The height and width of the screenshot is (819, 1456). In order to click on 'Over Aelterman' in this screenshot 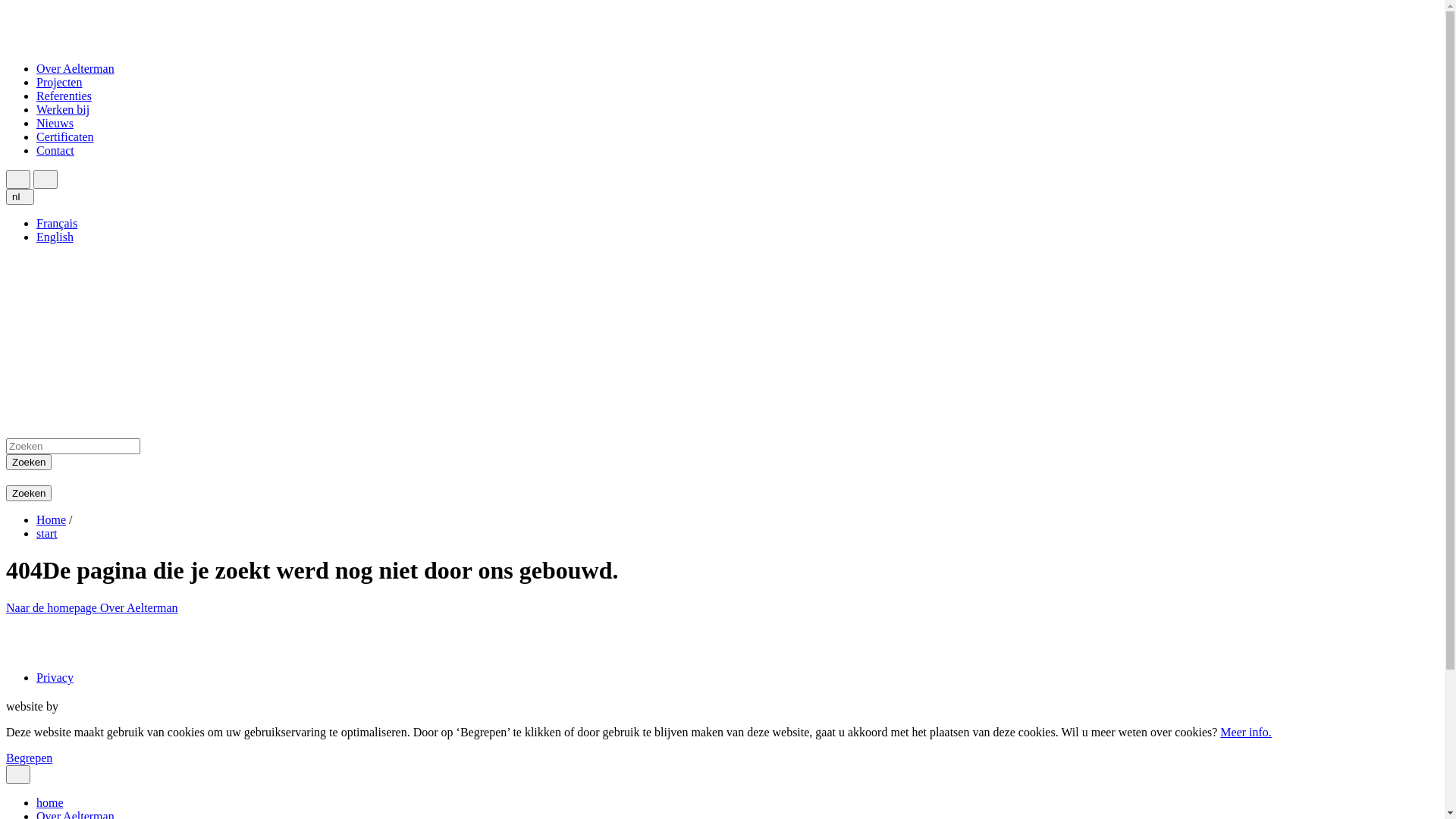, I will do `click(74, 68)`.